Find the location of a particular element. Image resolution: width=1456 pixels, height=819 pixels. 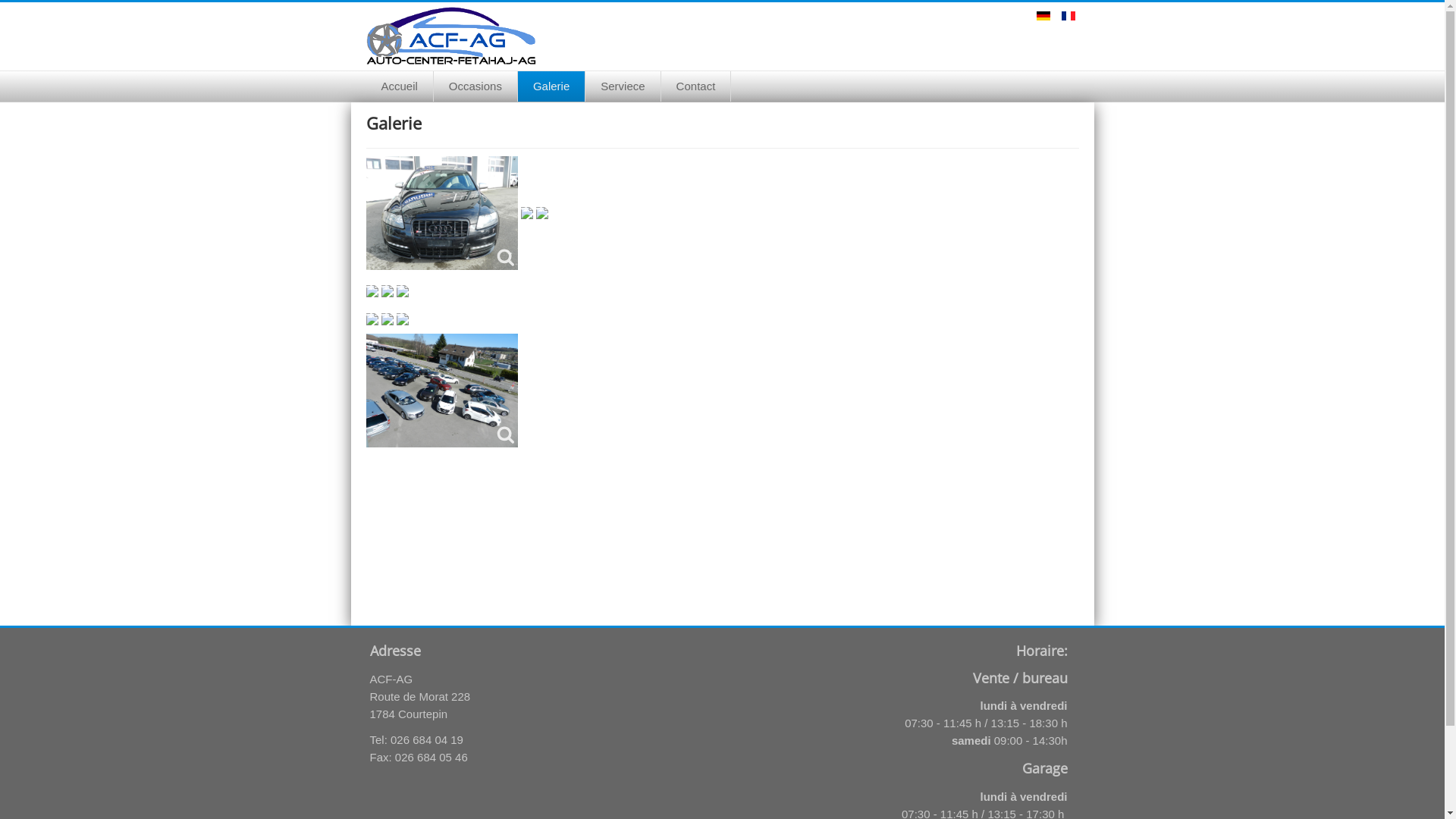

'Accueil' is located at coordinates (399, 86).